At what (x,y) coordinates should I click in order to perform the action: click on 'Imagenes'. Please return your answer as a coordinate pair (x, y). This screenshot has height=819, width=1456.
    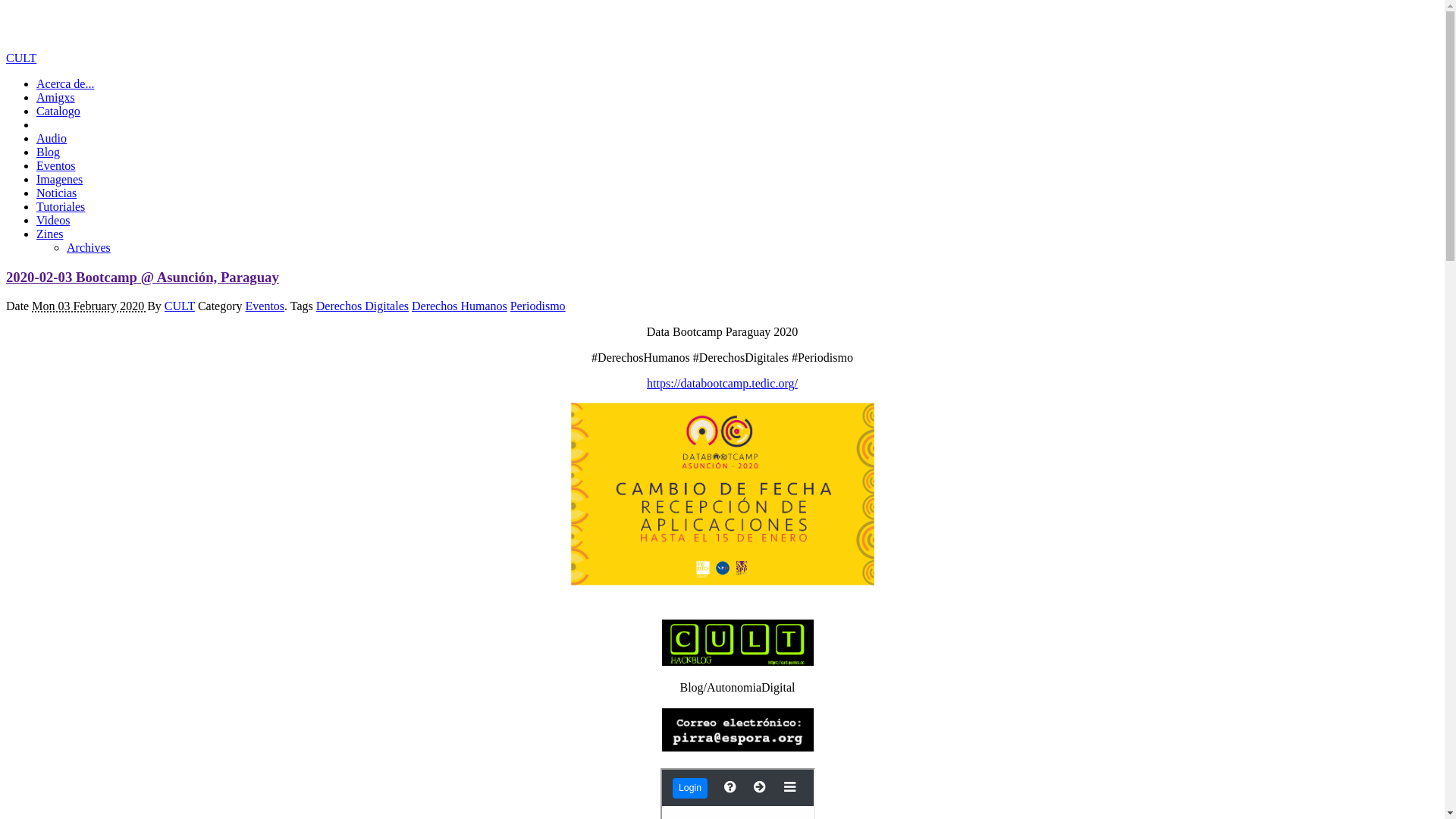
    Looking at the image, I should click on (59, 178).